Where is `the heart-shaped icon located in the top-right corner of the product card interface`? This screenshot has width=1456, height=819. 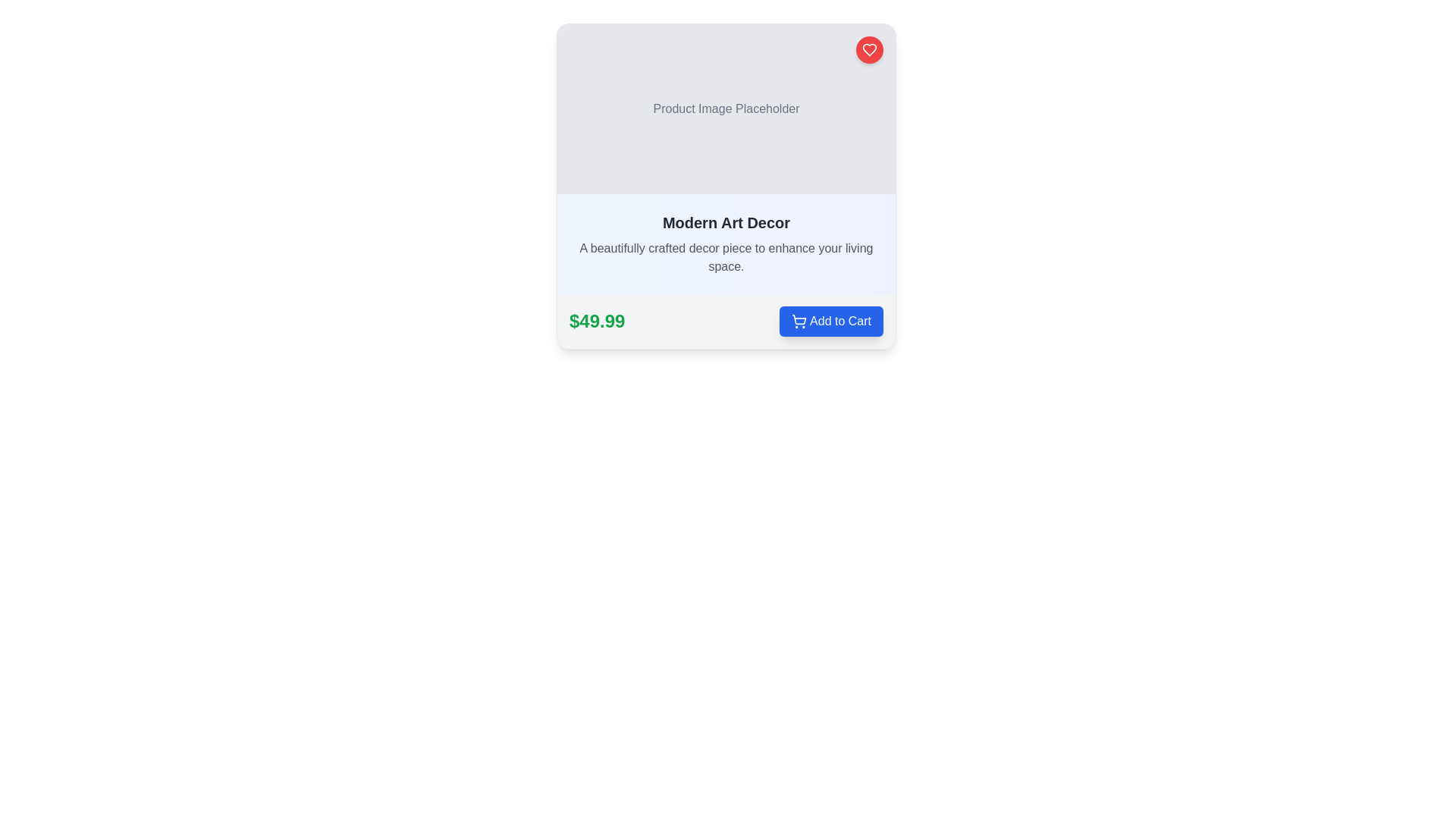
the heart-shaped icon located in the top-right corner of the product card interface is located at coordinates (870, 49).